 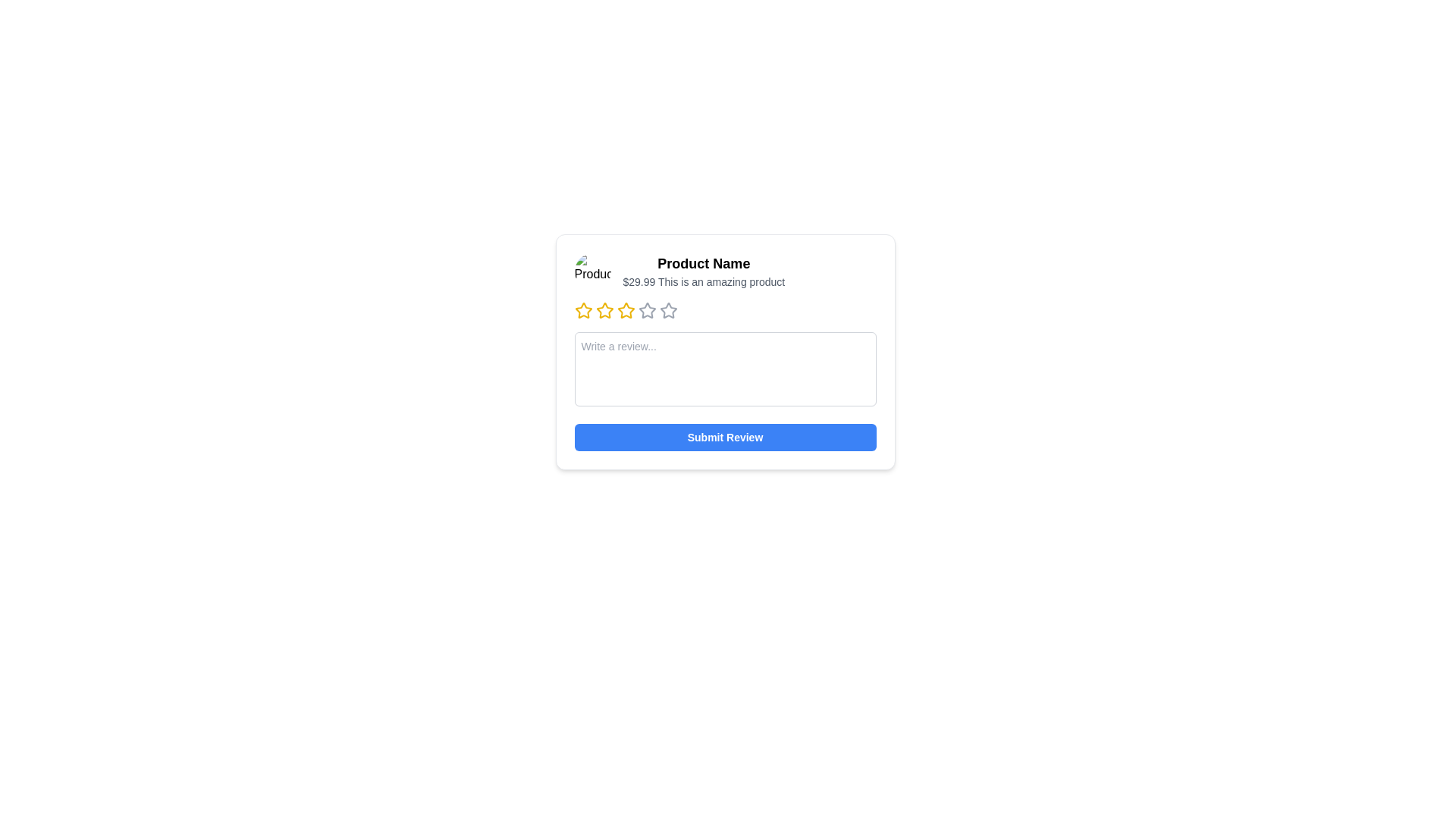 What do you see at coordinates (703, 271) in the screenshot?
I see `the Text content block displaying the name and description of the product, which is located centrally within a card layout, bordered by a rounded rectangle, to the right of an icon and above a star rating component` at bounding box center [703, 271].